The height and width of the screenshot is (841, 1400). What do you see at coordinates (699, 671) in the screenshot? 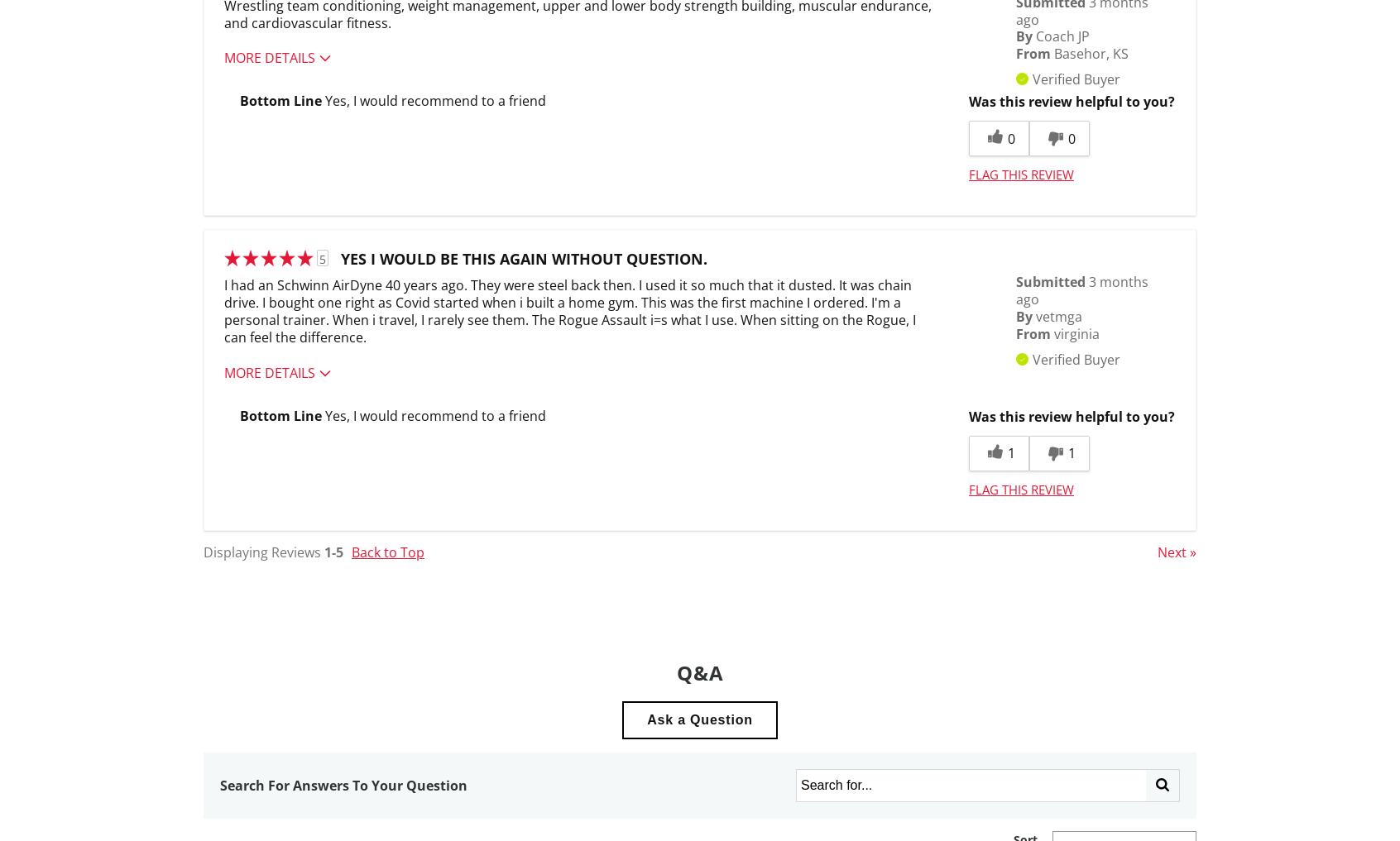
I see `'Q&A'` at bounding box center [699, 671].